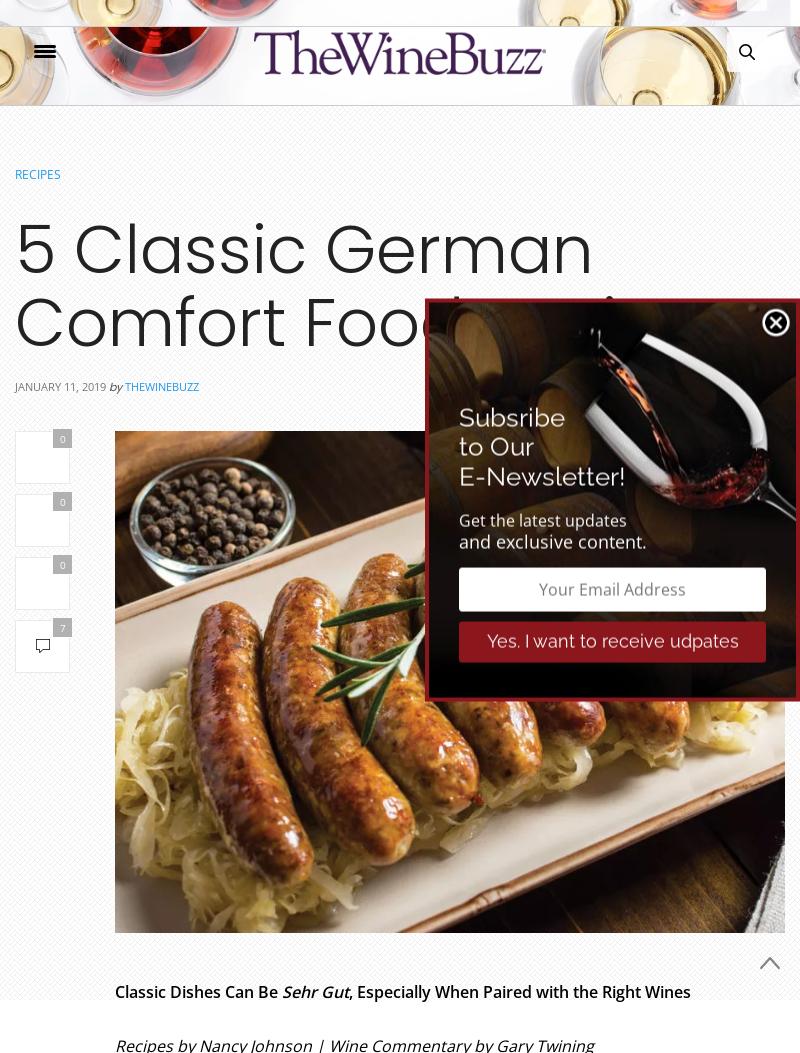 Image resolution: width=800 pixels, height=1053 pixels. I want to click on '5 Classic German Comfort Food Recipes', so click(374, 284).